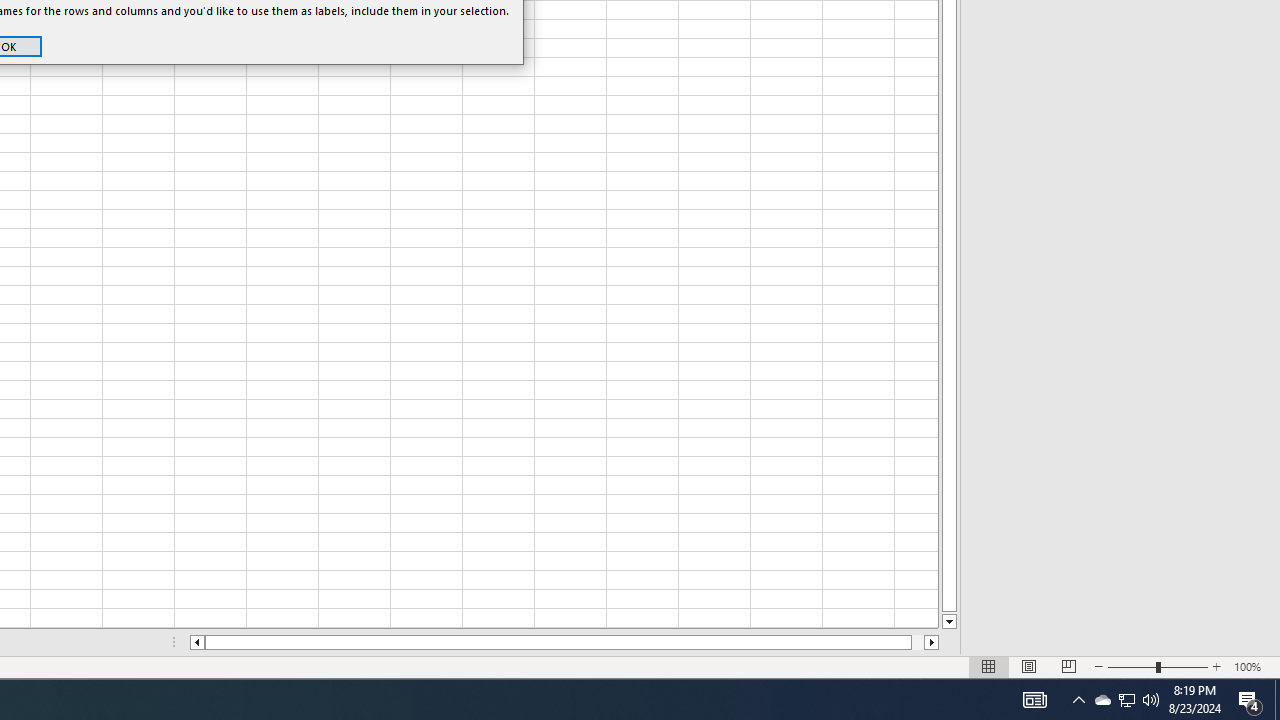 The width and height of the screenshot is (1280, 720). Describe the element at coordinates (1250, 698) in the screenshot. I see `'Action Center, 4 new notifications'` at that location.